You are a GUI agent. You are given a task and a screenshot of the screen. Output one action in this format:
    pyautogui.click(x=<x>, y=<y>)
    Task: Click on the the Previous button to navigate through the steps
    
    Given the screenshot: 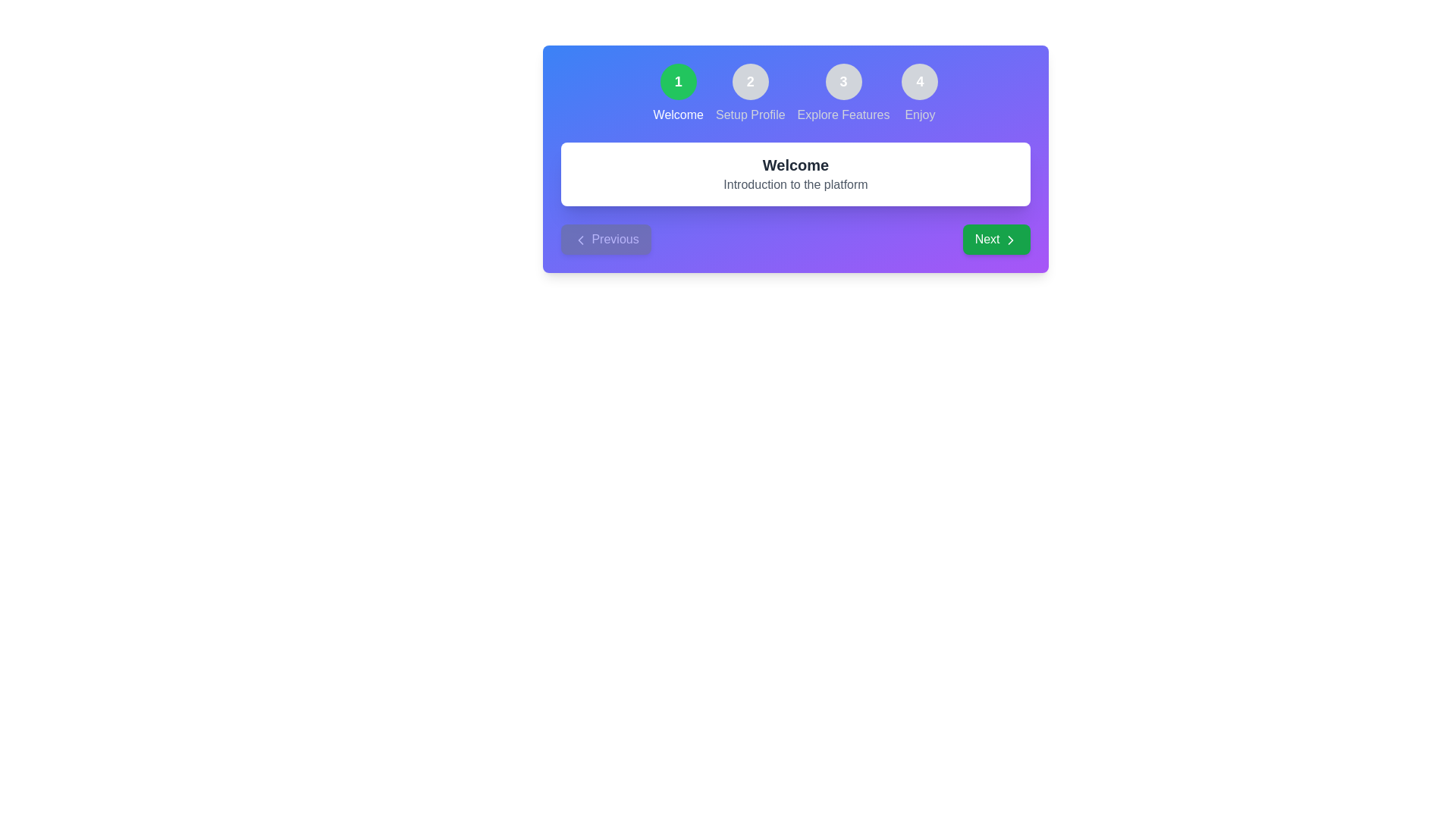 What is the action you would take?
    pyautogui.click(x=605, y=239)
    